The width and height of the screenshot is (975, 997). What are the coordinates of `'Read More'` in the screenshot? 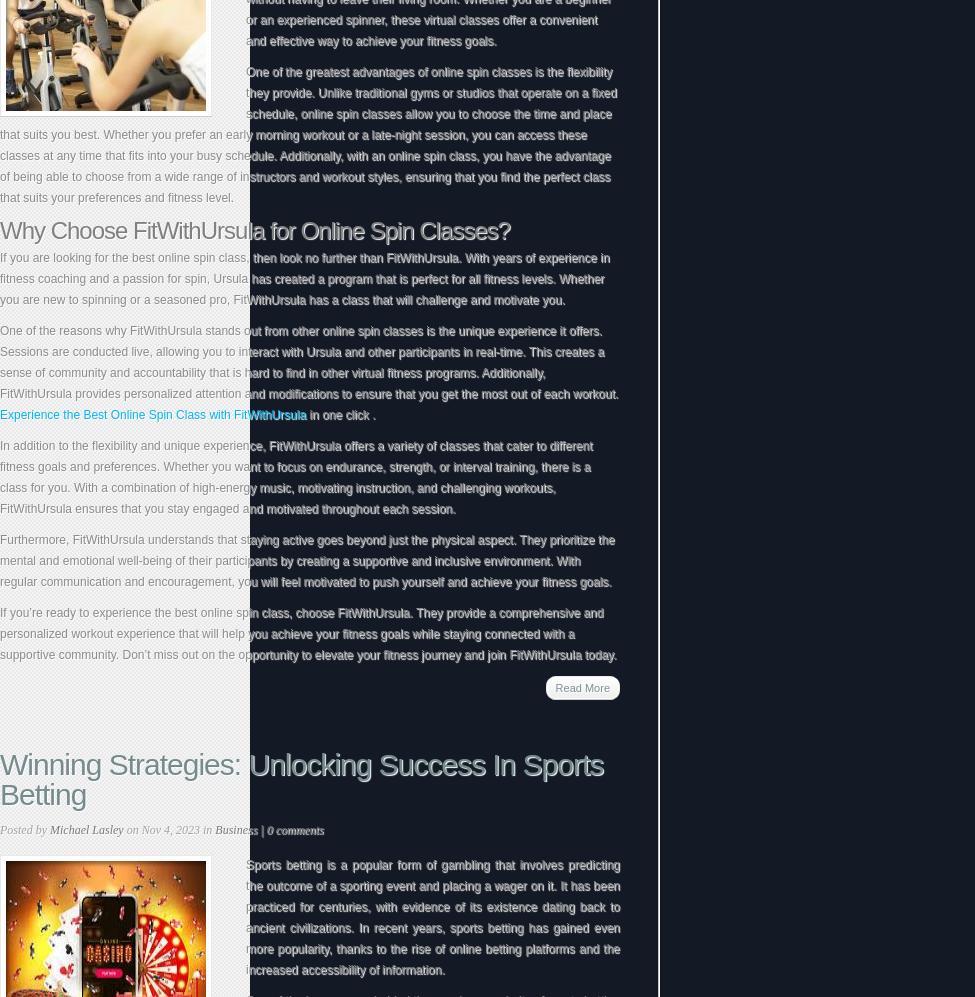 It's located at (581, 687).